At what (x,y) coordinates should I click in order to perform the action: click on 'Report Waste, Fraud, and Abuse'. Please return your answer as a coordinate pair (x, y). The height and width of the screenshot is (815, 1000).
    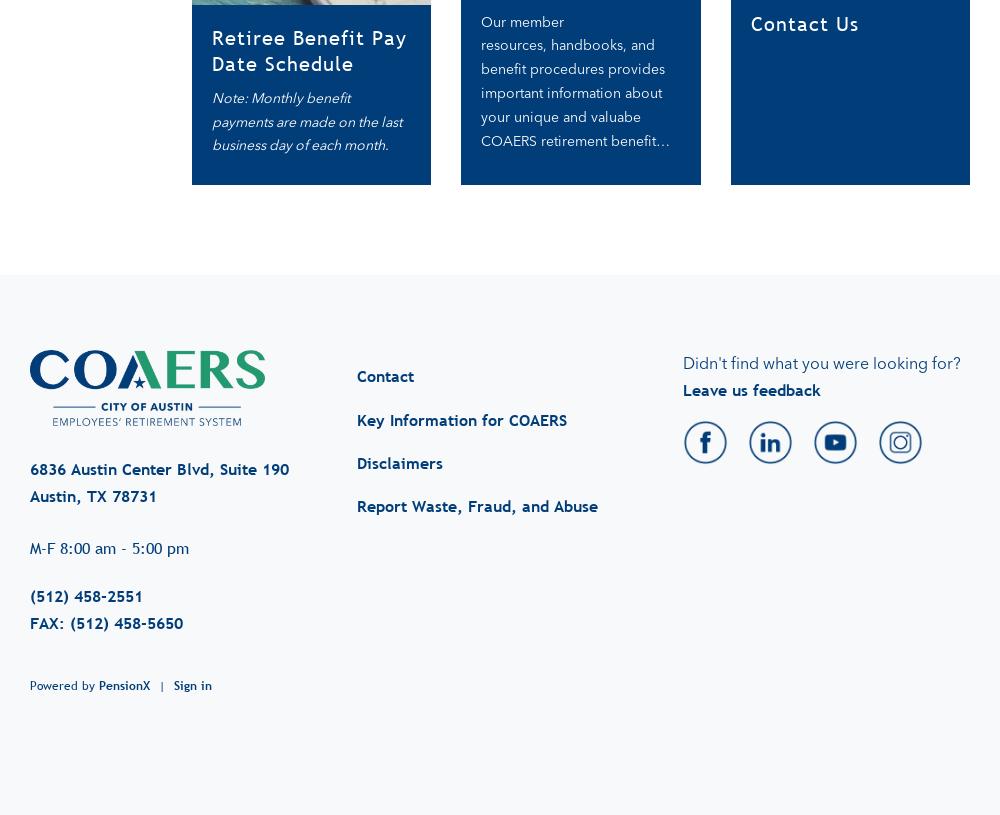
    Looking at the image, I should click on (355, 486).